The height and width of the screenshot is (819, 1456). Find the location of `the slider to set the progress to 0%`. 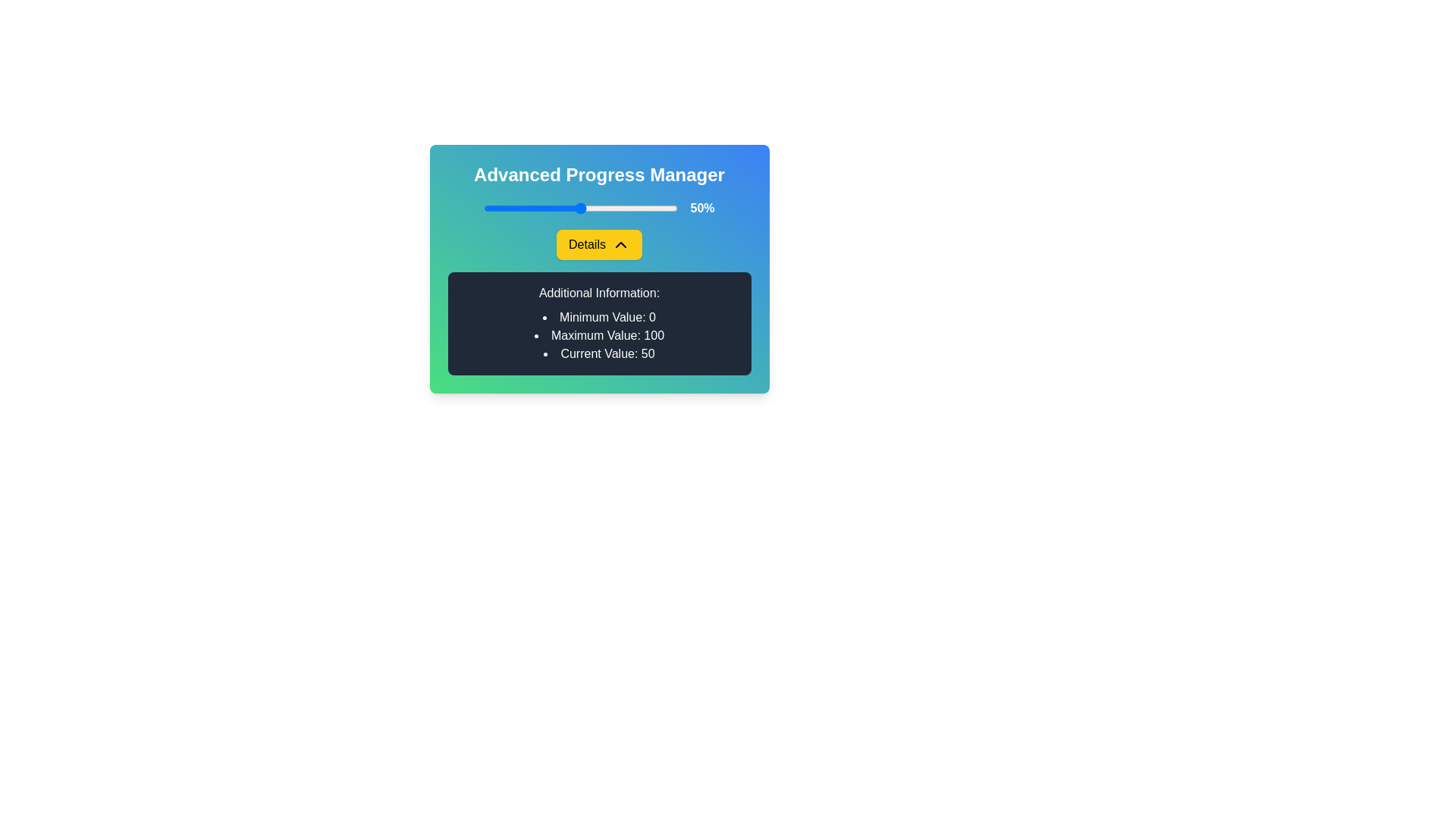

the slider to set the progress to 0% is located at coordinates (483, 208).